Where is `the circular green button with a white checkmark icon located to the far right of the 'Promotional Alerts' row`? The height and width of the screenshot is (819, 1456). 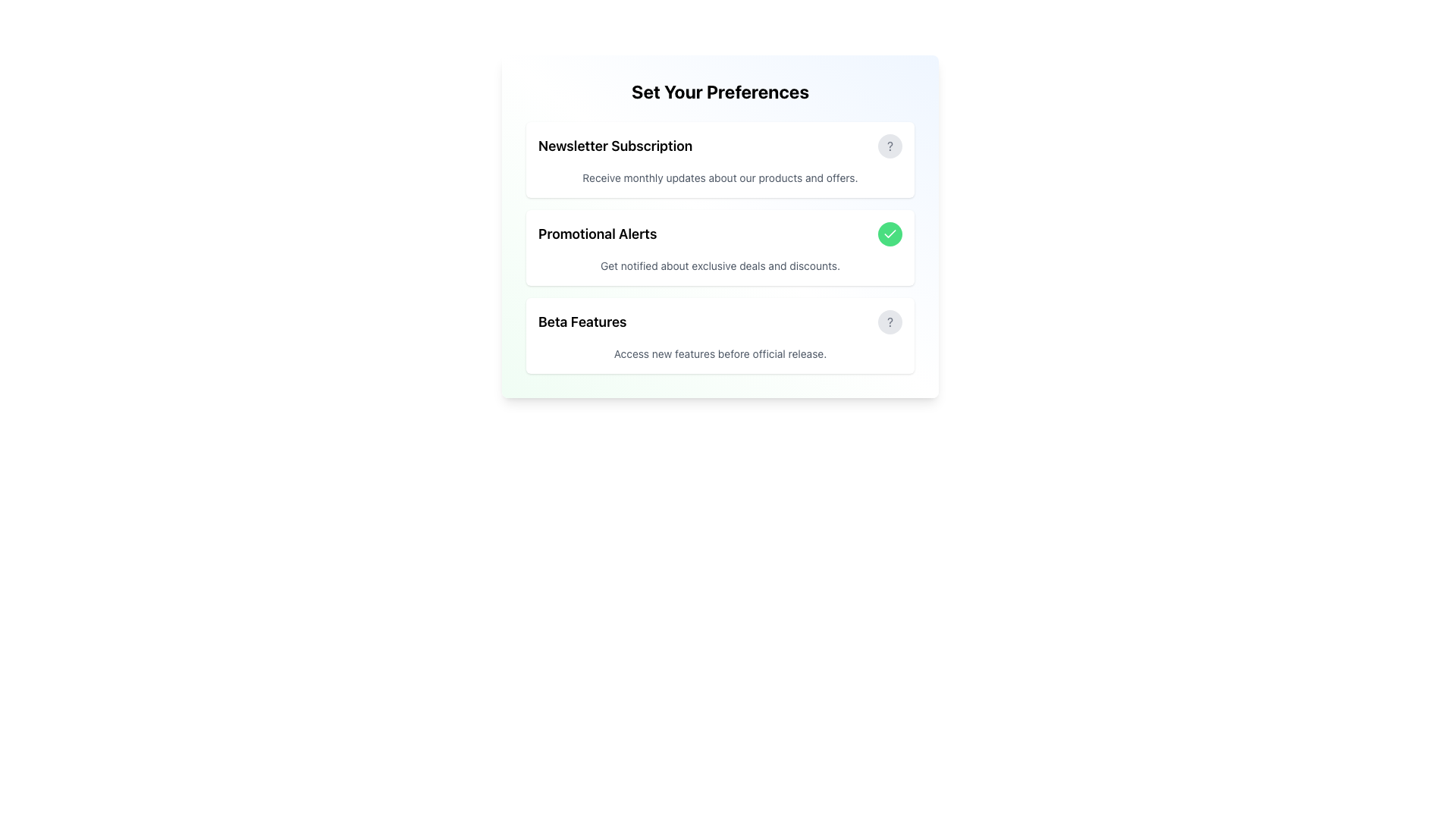
the circular green button with a white checkmark icon located to the far right of the 'Promotional Alerts' row is located at coordinates (890, 234).